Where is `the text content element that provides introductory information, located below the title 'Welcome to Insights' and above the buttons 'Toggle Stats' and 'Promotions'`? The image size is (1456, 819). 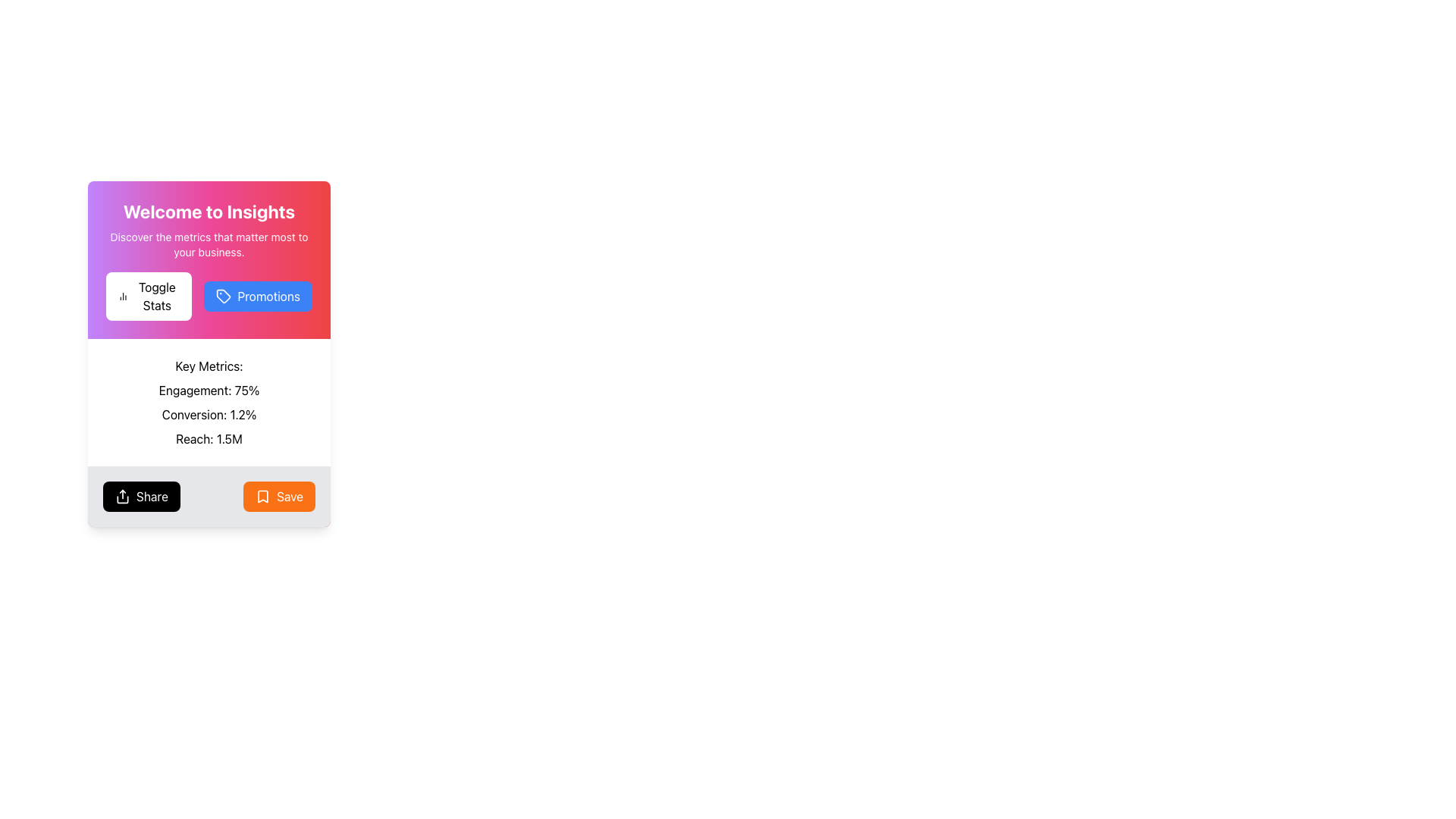 the text content element that provides introductory information, located below the title 'Welcome to Insights' and above the buttons 'Toggle Stats' and 'Promotions' is located at coordinates (208, 244).